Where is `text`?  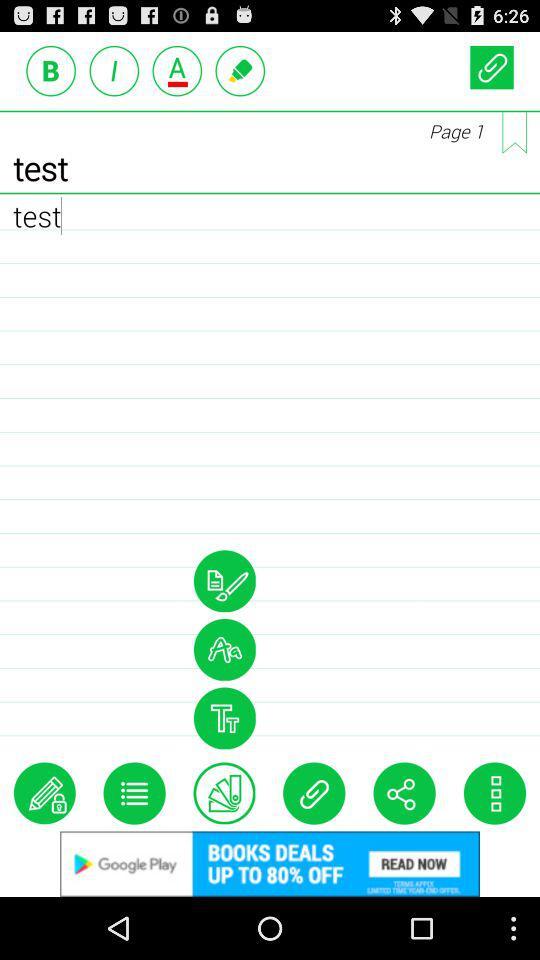 text is located at coordinates (223, 793).